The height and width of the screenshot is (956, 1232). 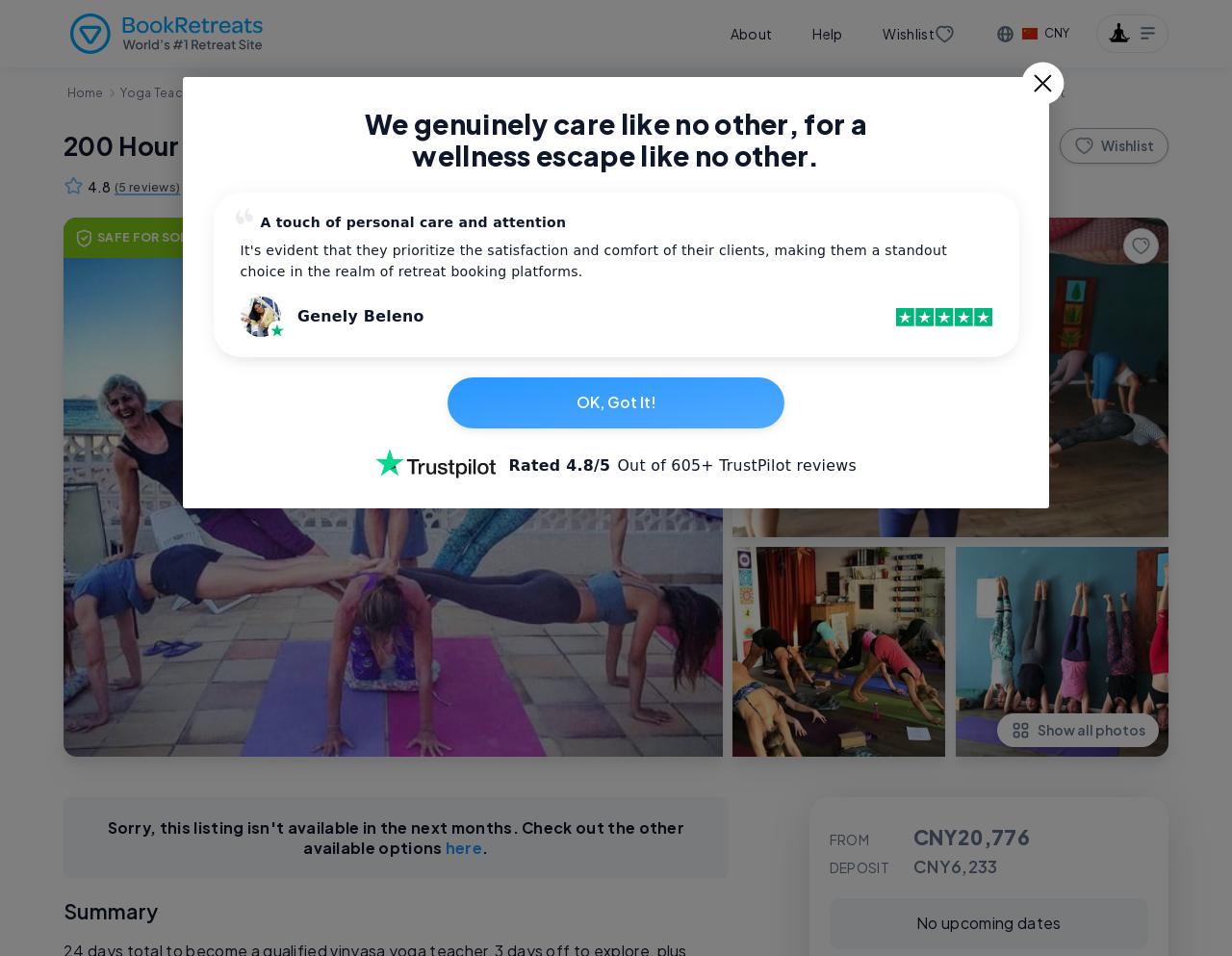 What do you see at coordinates (188, 235) in the screenshot?
I see `'Safe for Solo Travellers'` at bounding box center [188, 235].